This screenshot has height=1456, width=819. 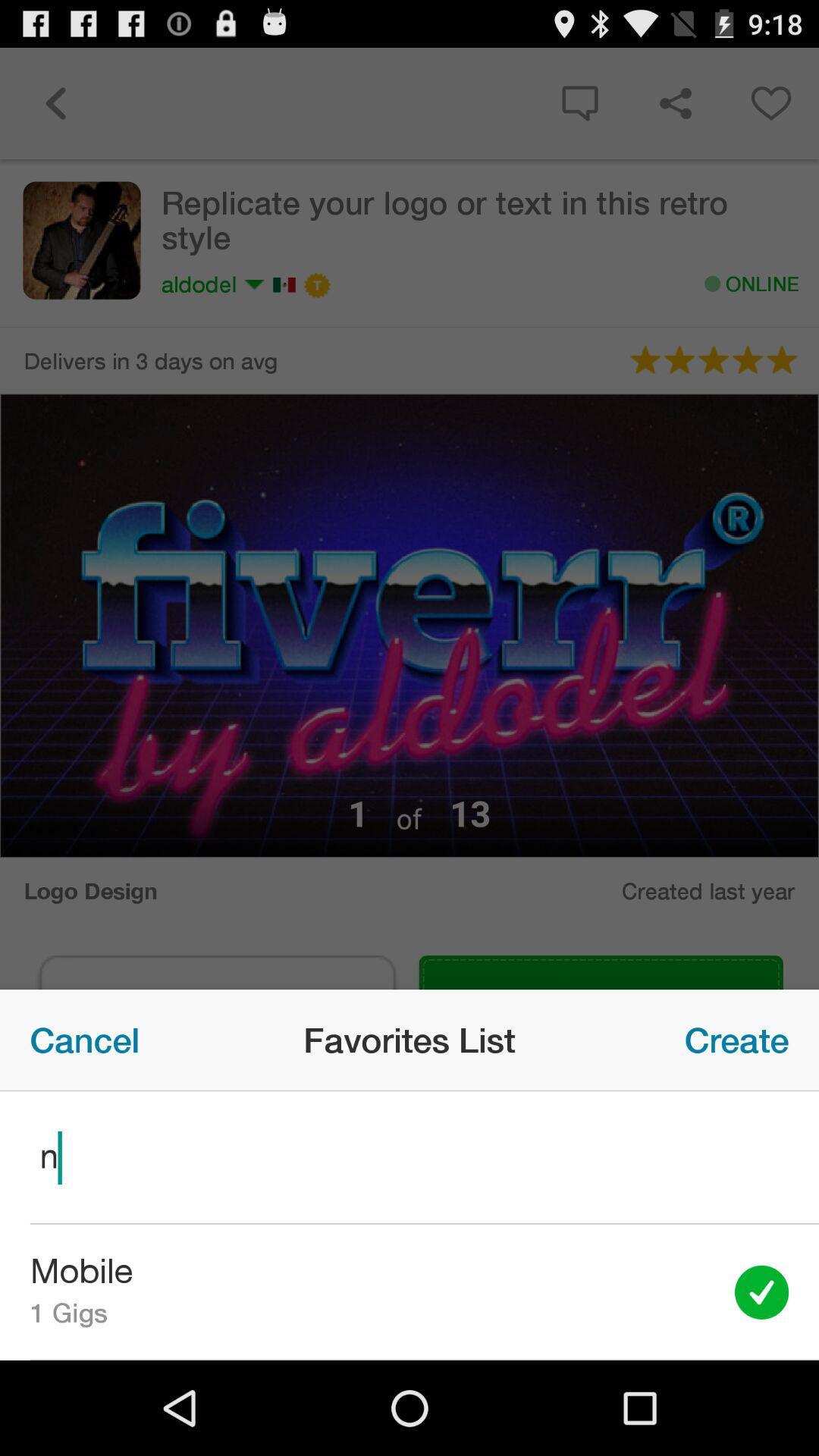 I want to click on the n, so click(x=409, y=1156).